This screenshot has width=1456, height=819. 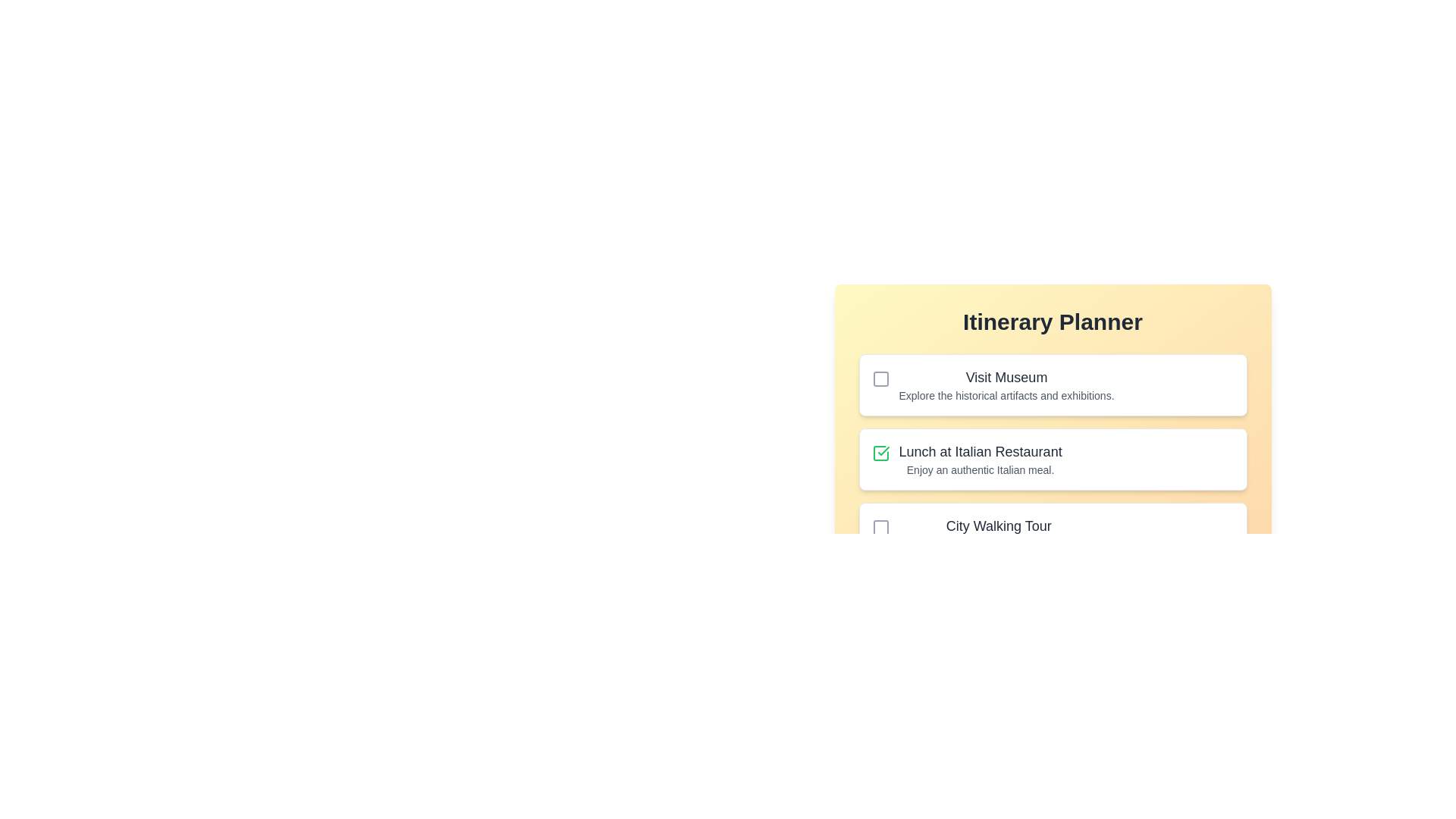 I want to click on the graphical indicator or icon representing the 'Visit Museum' item, located in the upper-left corner of the first item in the list, so click(x=880, y=378).